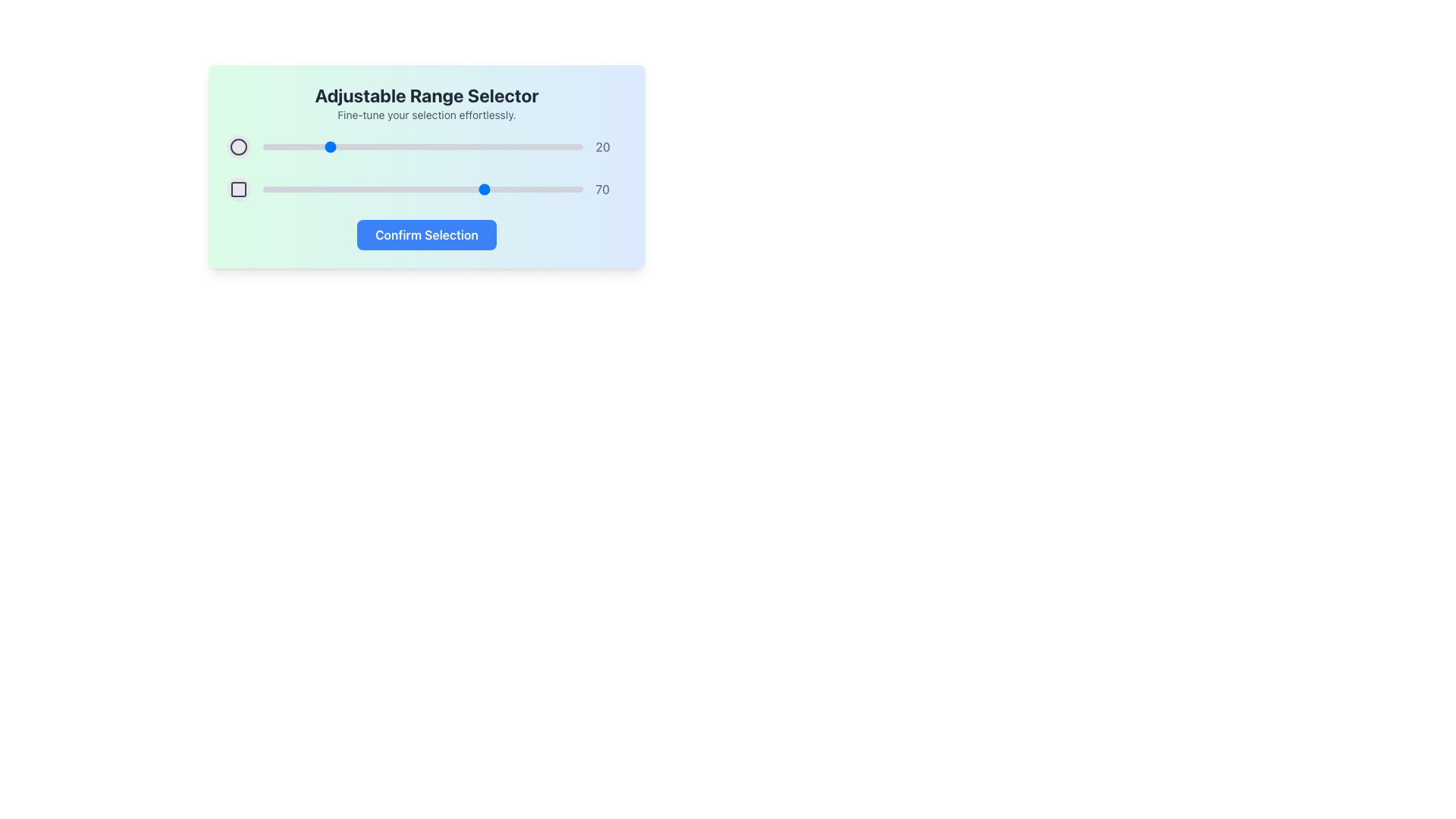 The width and height of the screenshot is (1456, 819). What do you see at coordinates (601, 189) in the screenshot?
I see `displayed number '70' from the static text label styled in medium gray color, aligned horizontally with the range slider component` at bounding box center [601, 189].